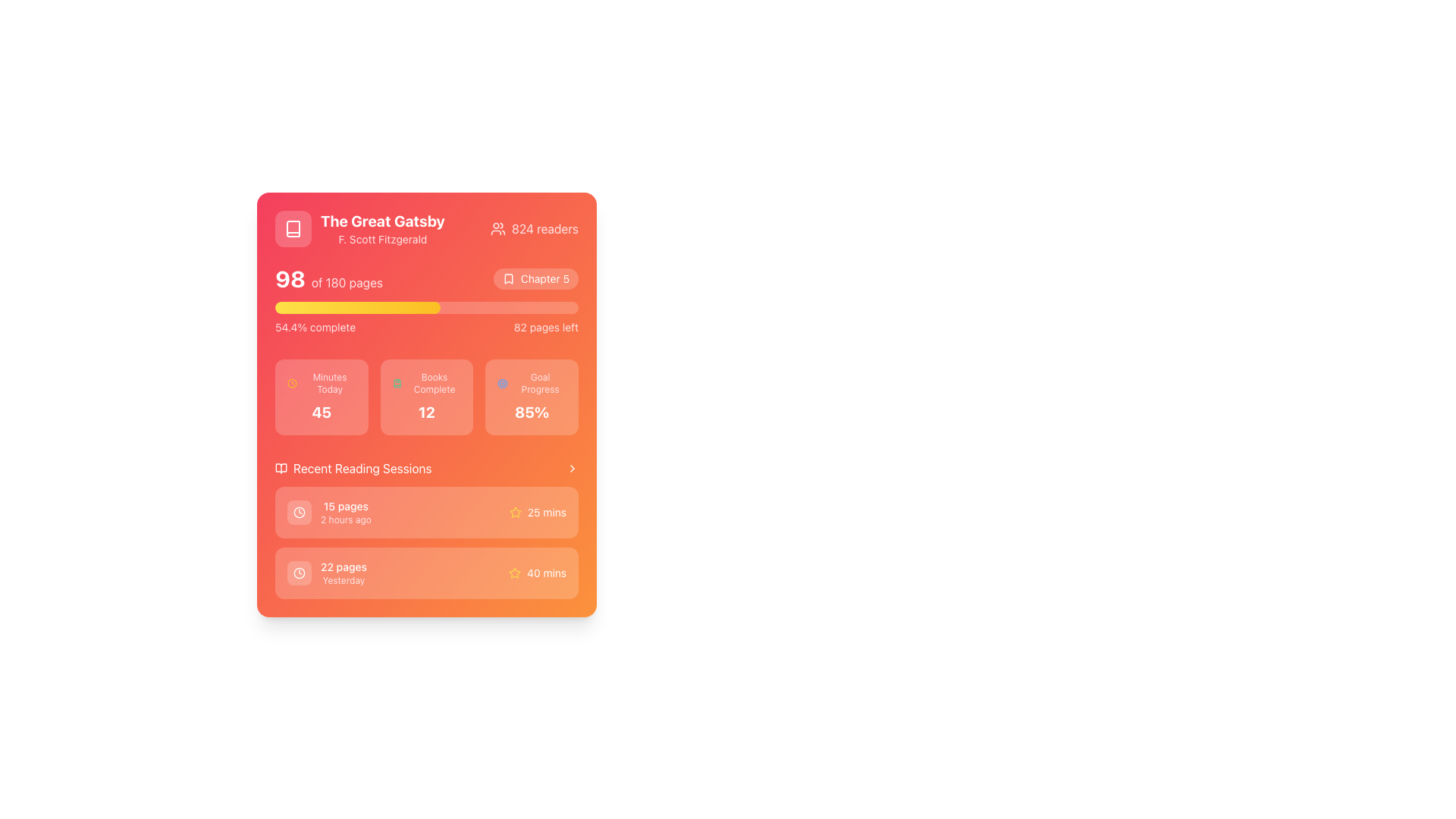  Describe the element at coordinates (346, 283) in the screenshot. I see `the text label that reads 'of 180 pages', which is positioned immediately to the right of the bold numeric value '98' in the top-left section of the card layout` at that location.